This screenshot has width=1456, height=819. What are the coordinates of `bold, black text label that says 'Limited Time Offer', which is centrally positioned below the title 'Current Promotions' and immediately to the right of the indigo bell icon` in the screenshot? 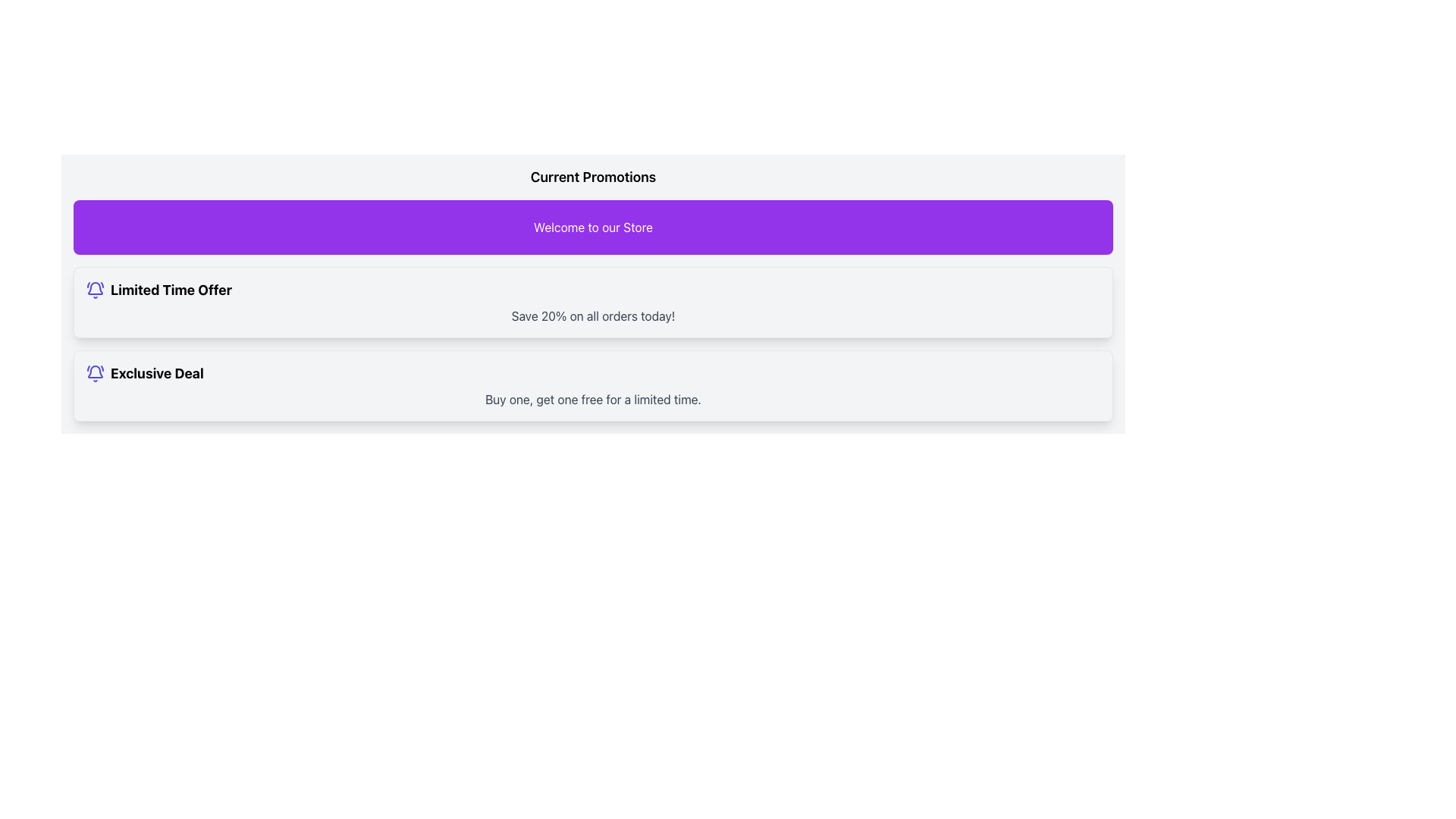 It's located at (171, 290).